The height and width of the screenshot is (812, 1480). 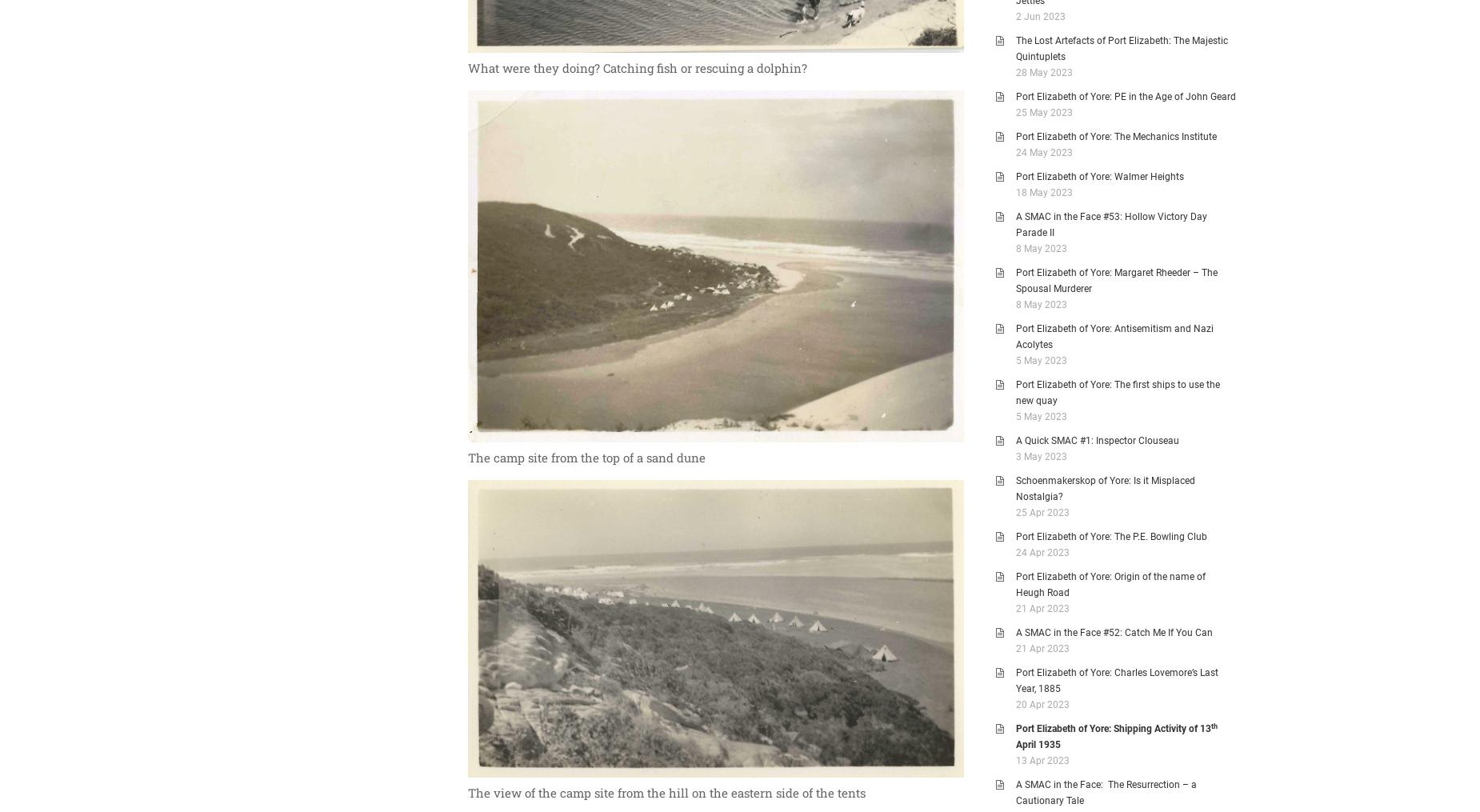 What do you see at coordinates (1114, 337) in the screenshot?
I see `'Port Elizabeth of Yore: Antisemitism and Nazi Acolytes'` at bounding box center [1114, 337].